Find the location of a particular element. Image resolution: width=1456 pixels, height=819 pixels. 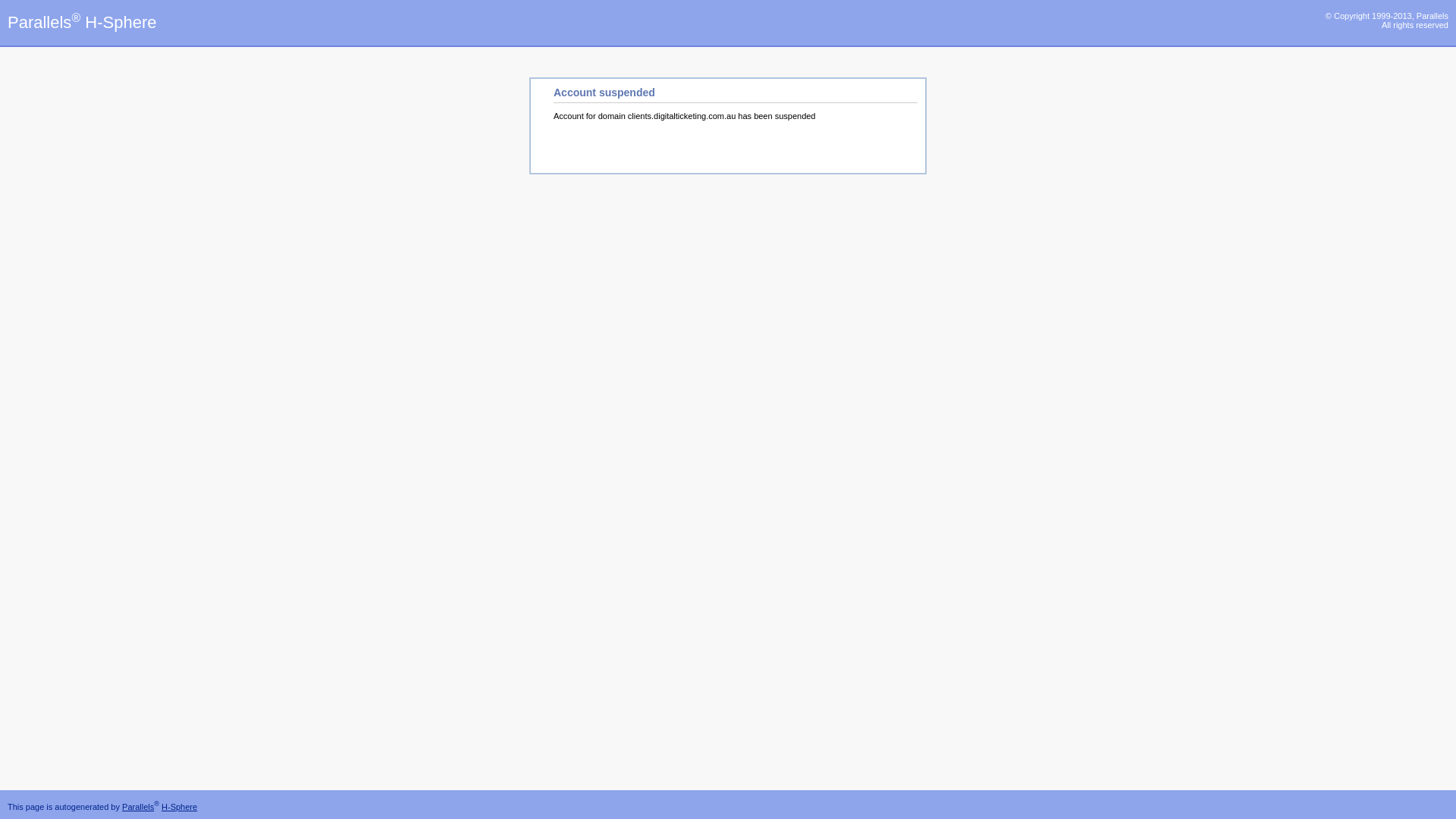

'H-Sphere' is located at coordinates (179, 806).